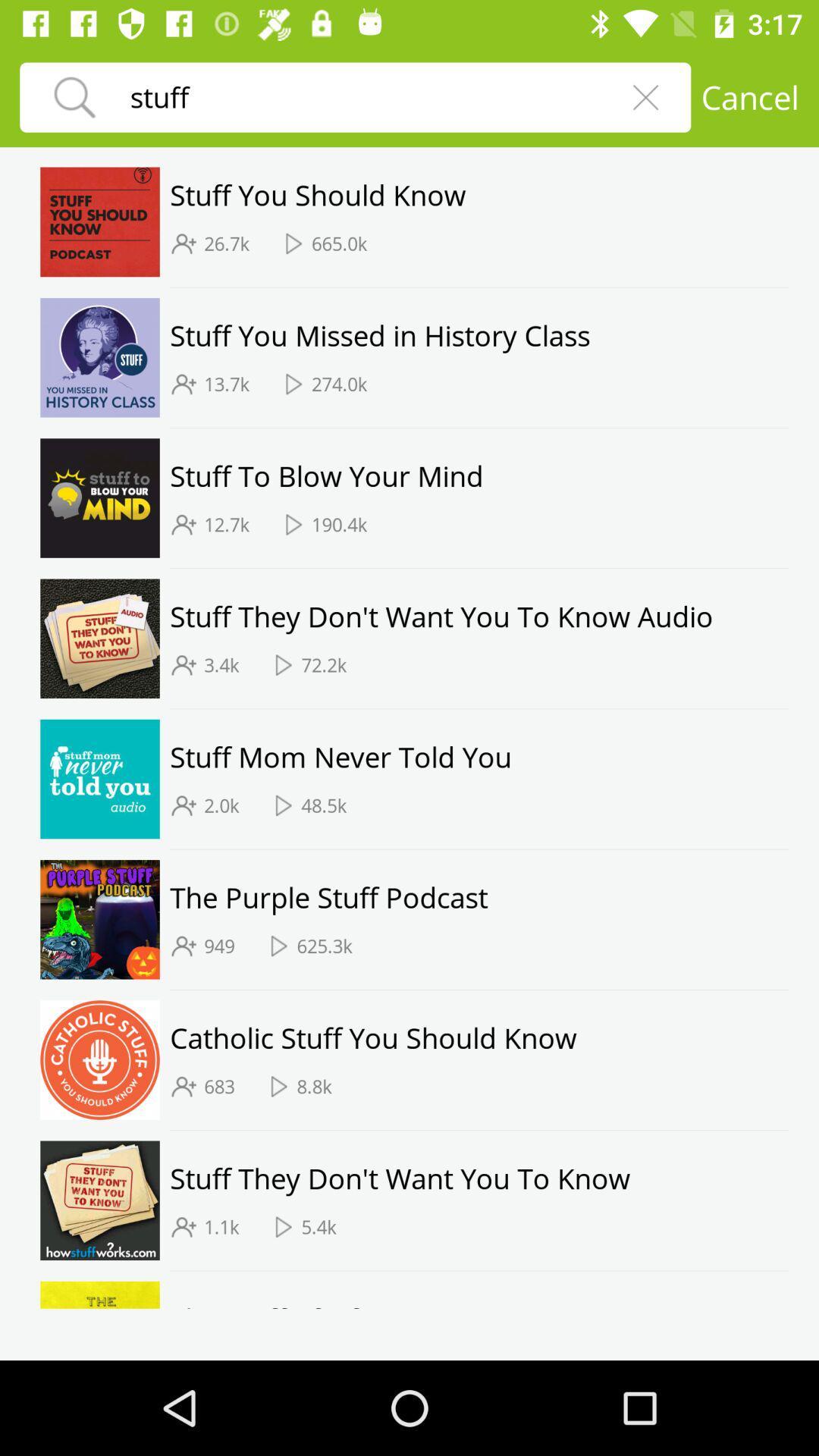  Describe the element at coordinates (219, 945) in the screenshot. I see `the 949 icon` at that location.